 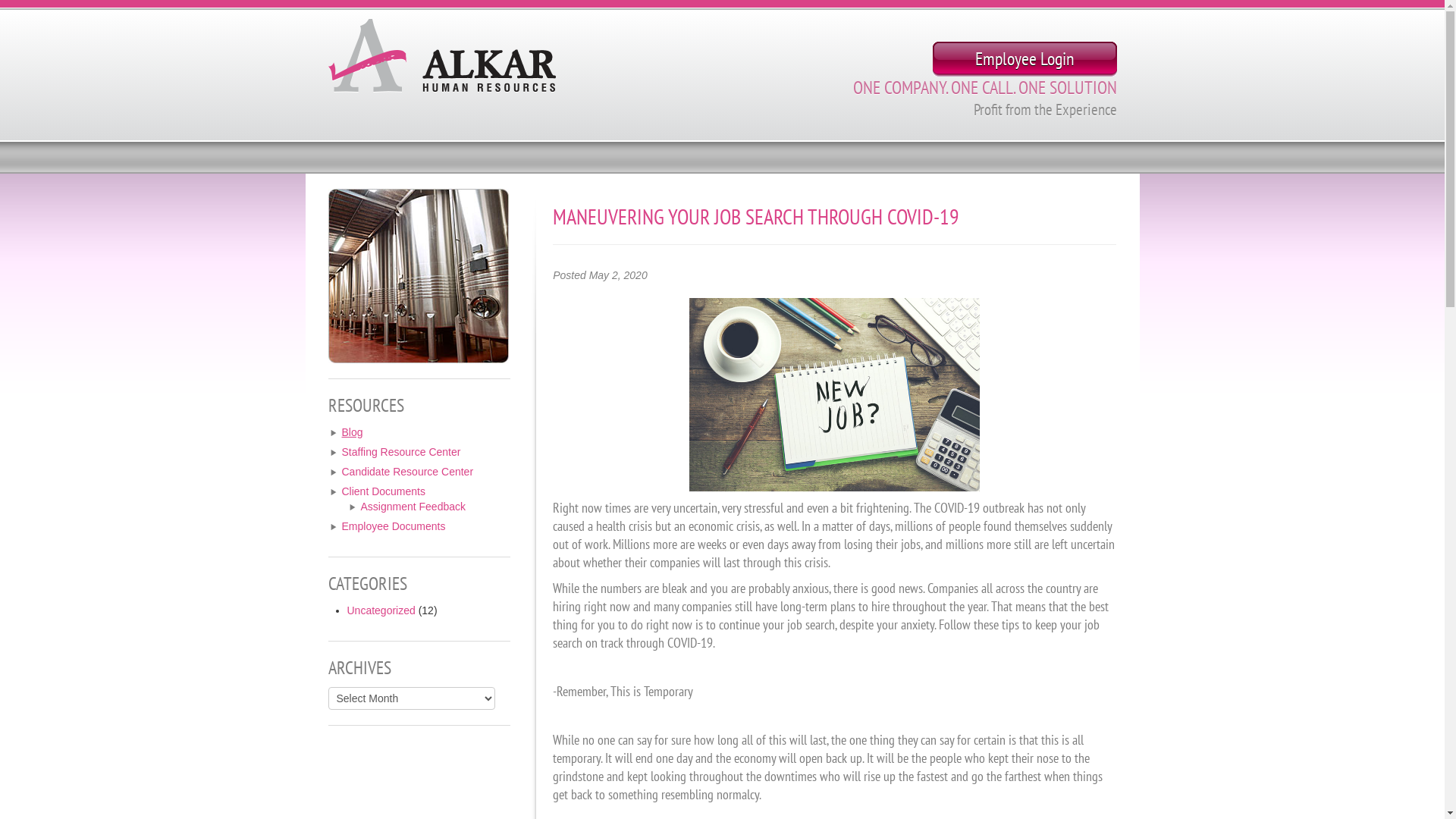 What do you see at coordinates (381, 610) in the screenshot?
I see `'Uncategorized'` at bounding box center [381, 610].